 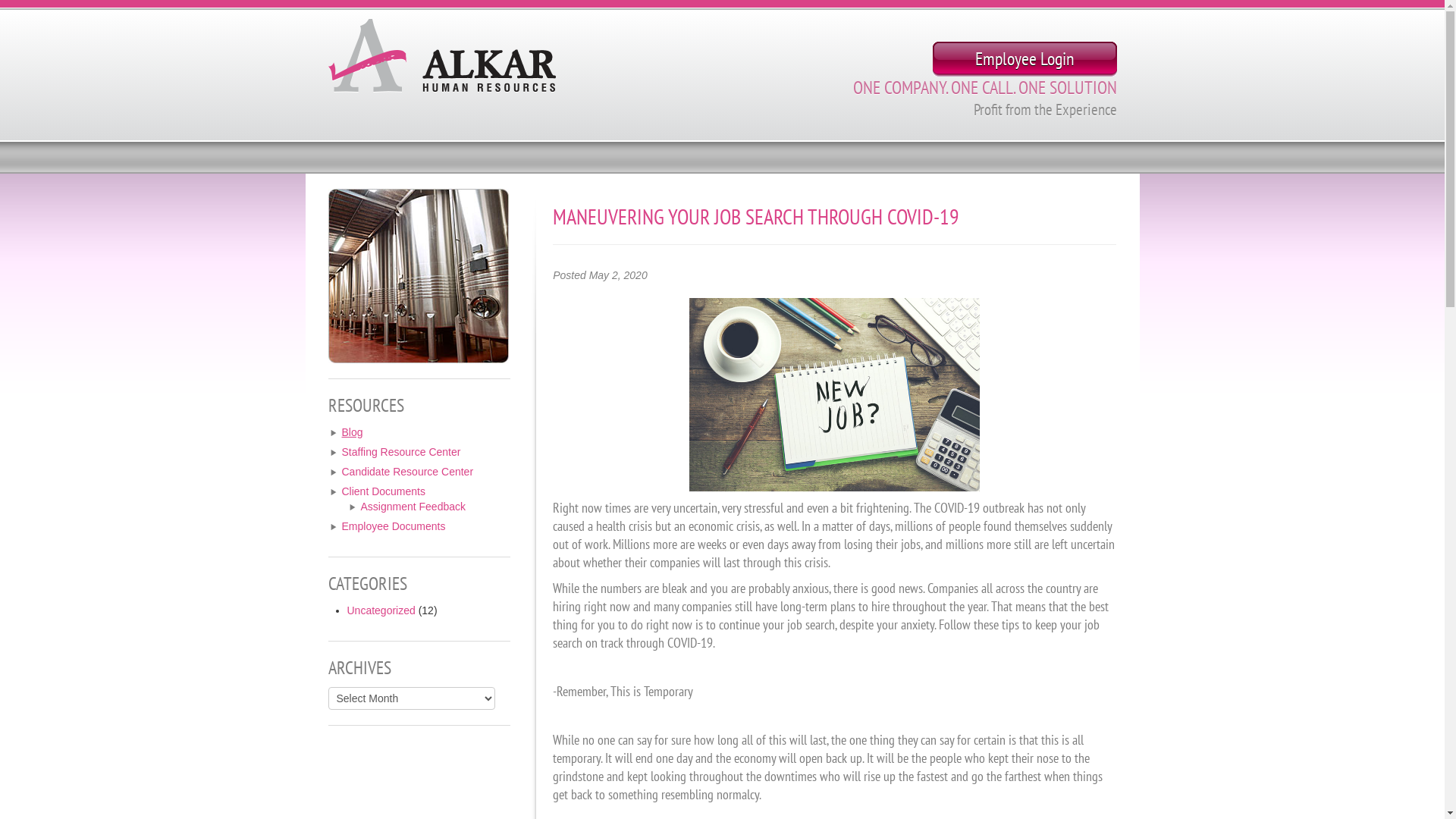 What do you see at coordinates (381, 610) in the screenshot?
I see `'Uncategorized'` at bounding box center [381, 610].